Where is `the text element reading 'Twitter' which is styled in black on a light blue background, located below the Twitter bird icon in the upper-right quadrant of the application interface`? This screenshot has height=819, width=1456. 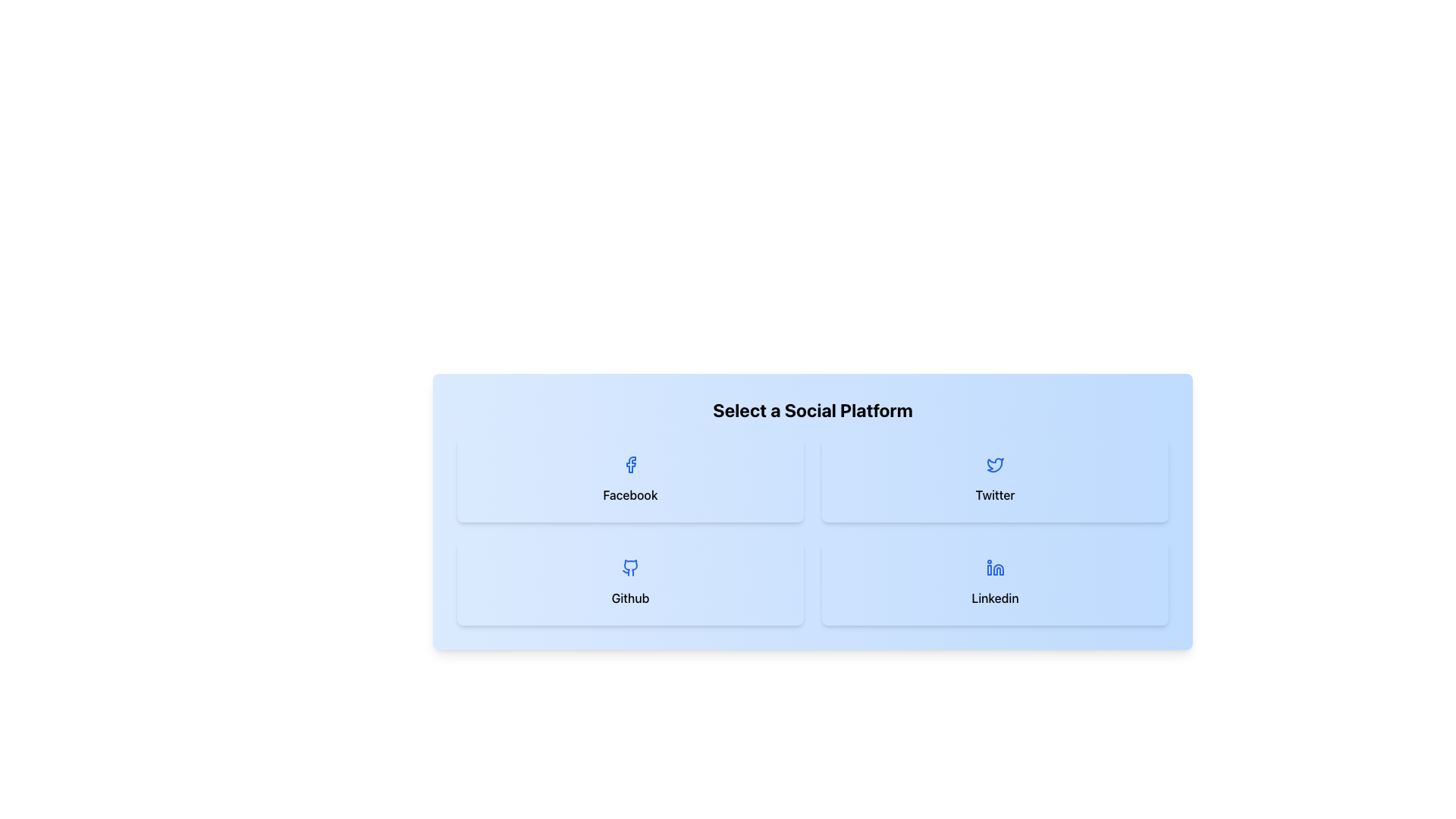 the text element reading 'Twitter' which is styled in black on a light blue background, located below the Twitter bird icon in the upper-right quadrant of the application interface is located at coordinates (995, 494).